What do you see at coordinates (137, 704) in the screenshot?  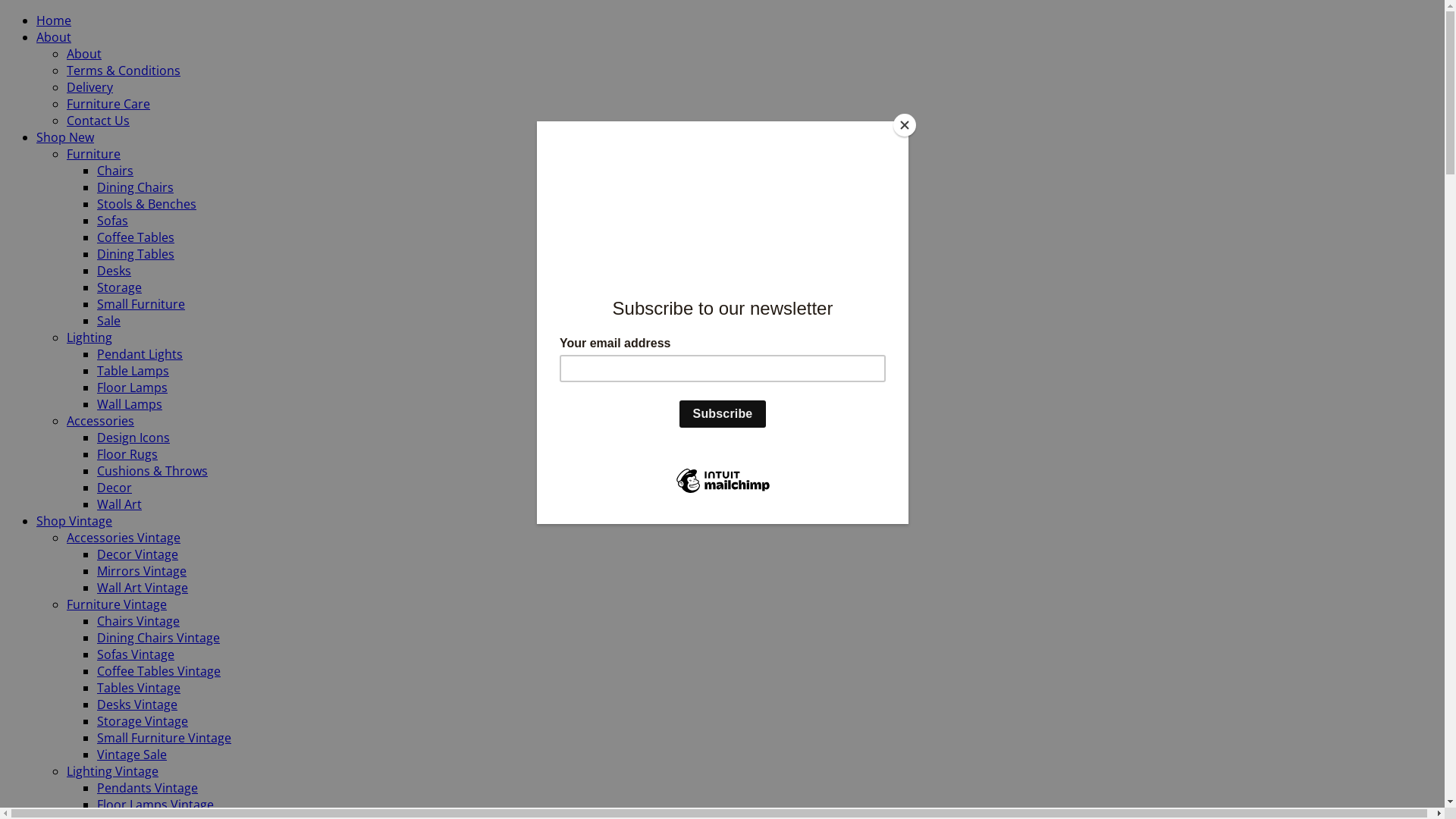 I see `'Desks Vintage'` at bounding box center [137, 704].